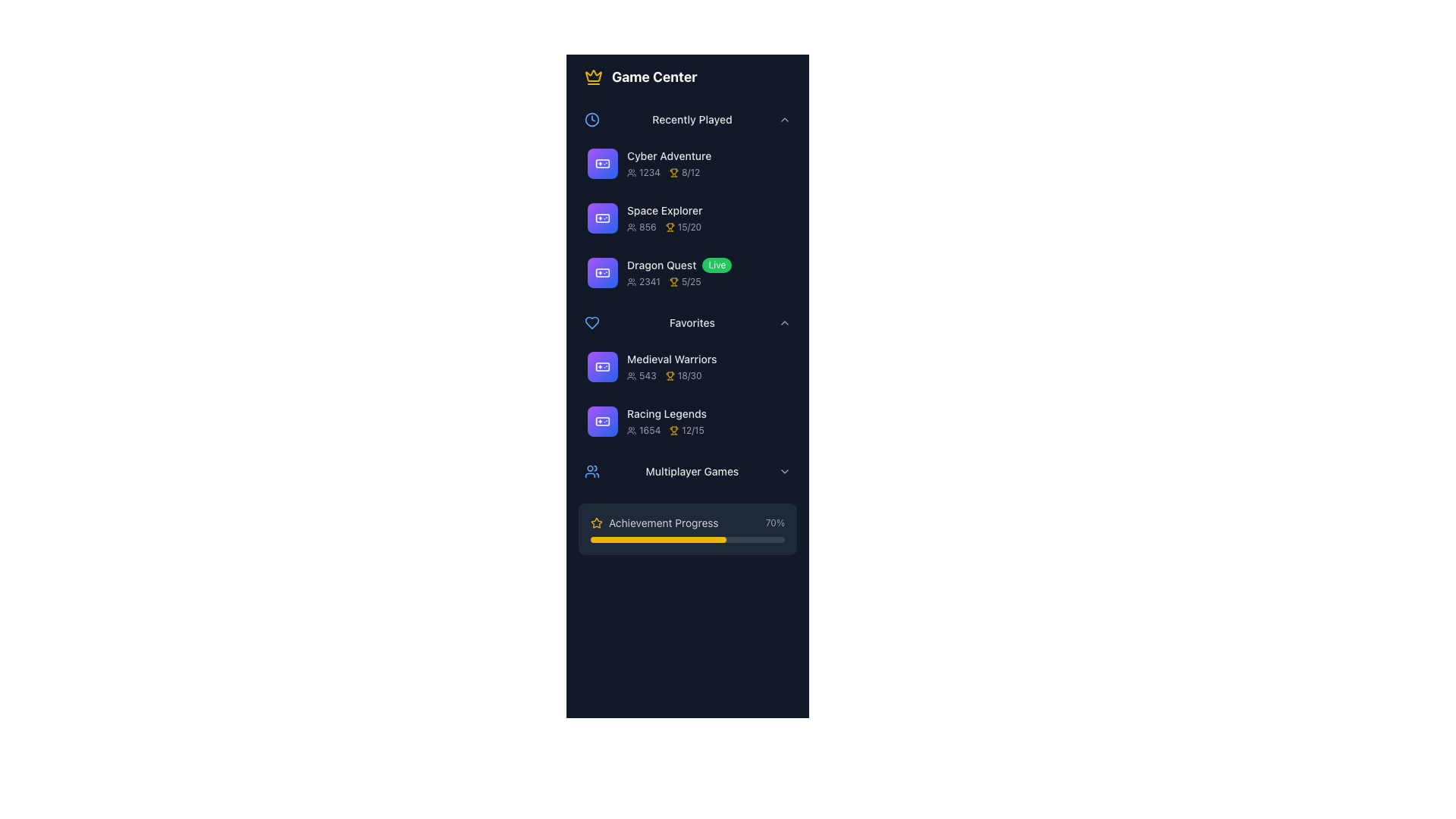 This screenshot has height=819, width=1456. I want to click on the decorative graphic element at the center of the game controller icon located in the sidebar next to the 'Medieval Warriors' title under the 'Favorites' section, so click(602, 366).